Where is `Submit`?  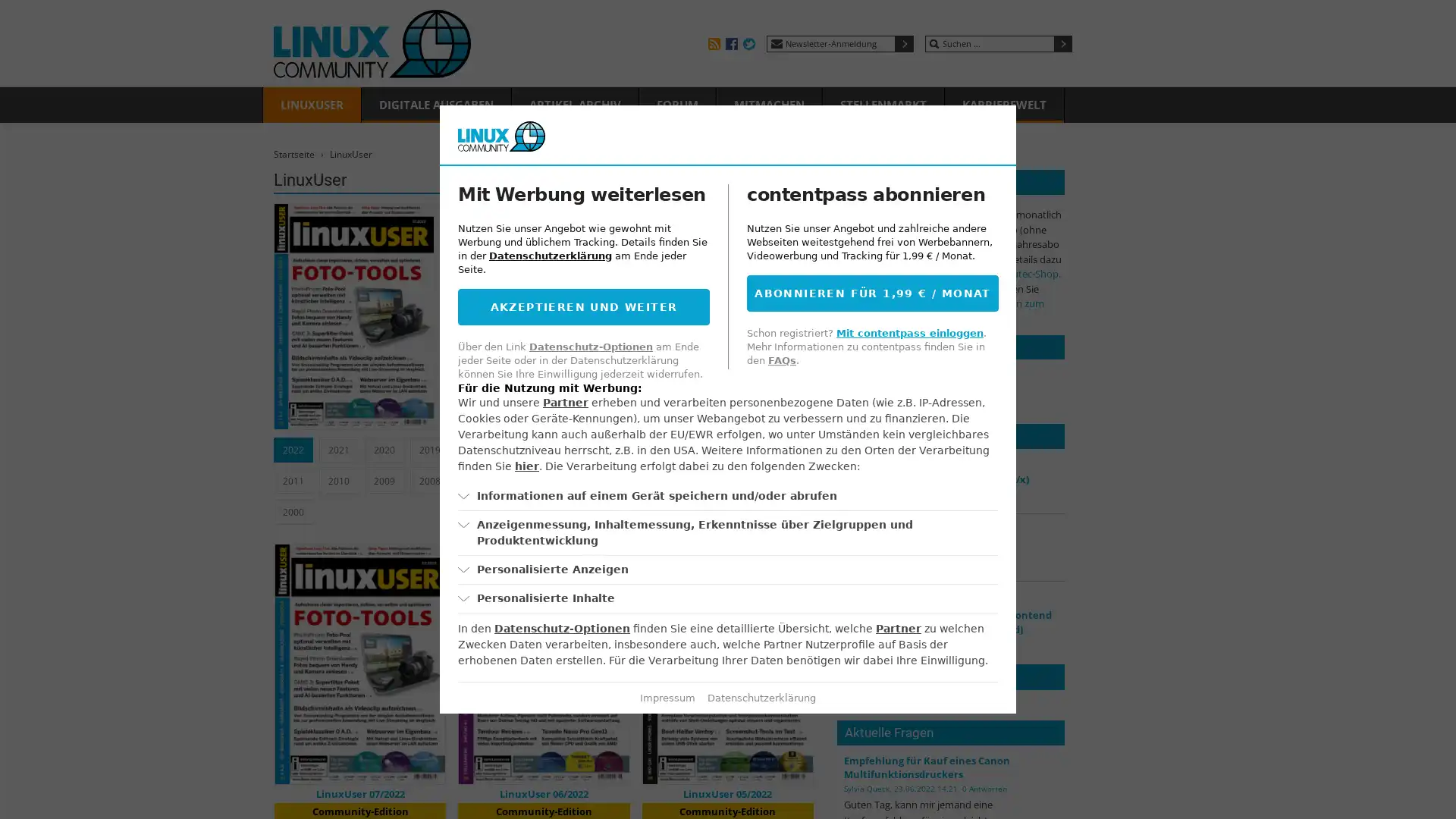
Submit is located at coordinates (905, 42).